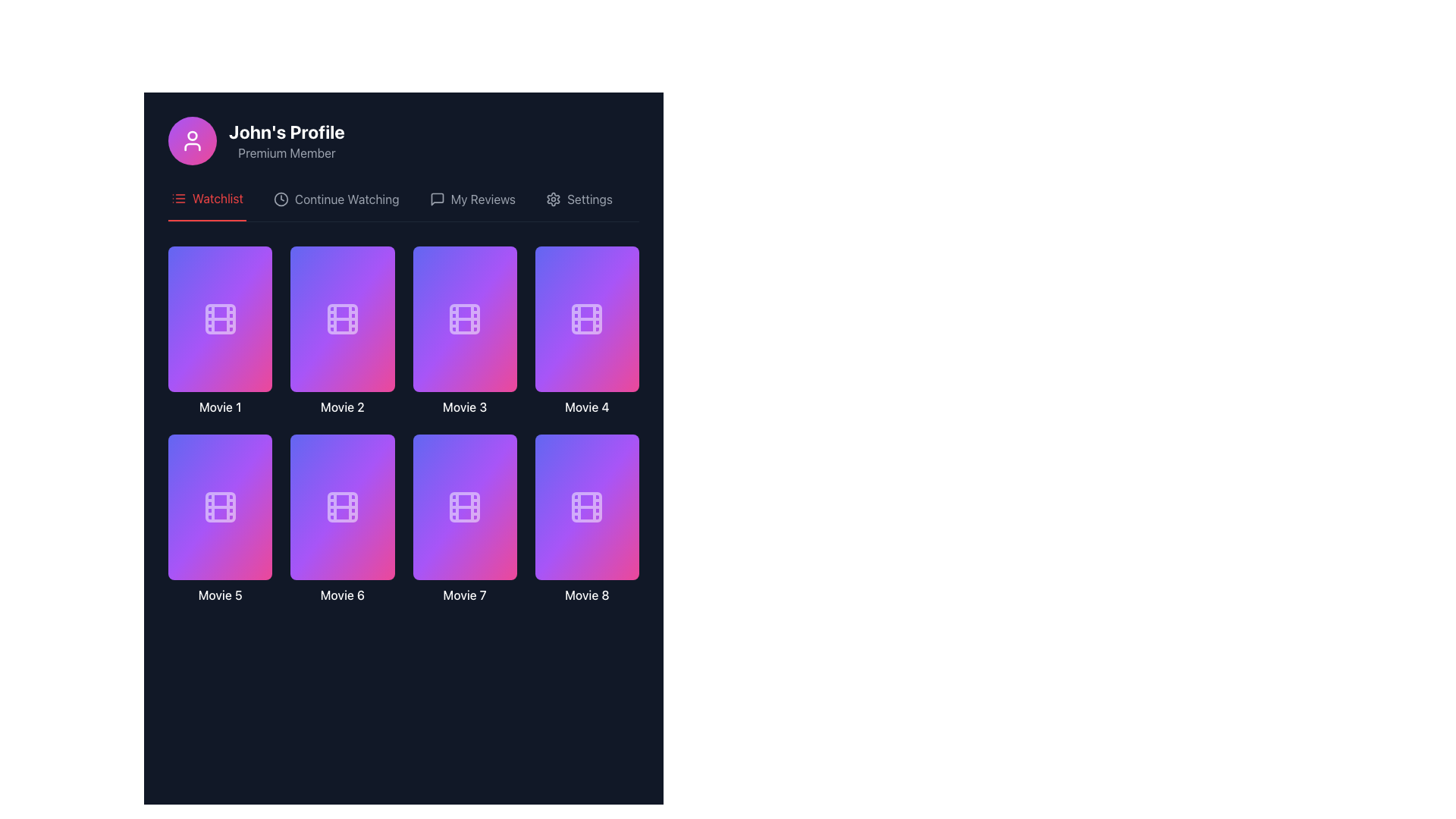 The height and width of the screenshot is (819, 1456). I want to click on the film reel icon in the card labeled 'Movie 7', so click(464, 519).